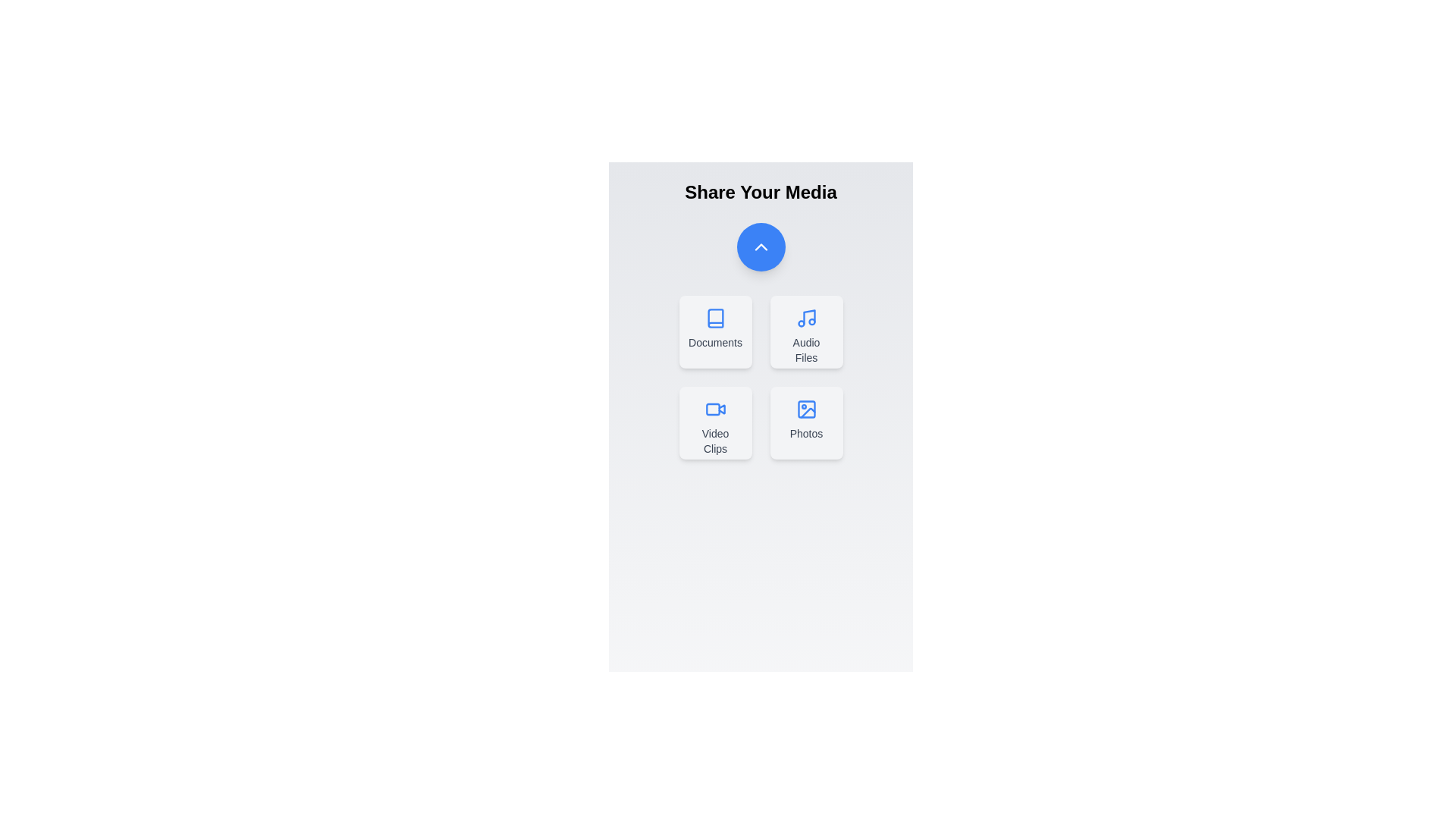  What do you see at coordinates (714, 331) in the screenshot?
I see `the button corresponding to the media type Documents` at bounding box center [714, 331].